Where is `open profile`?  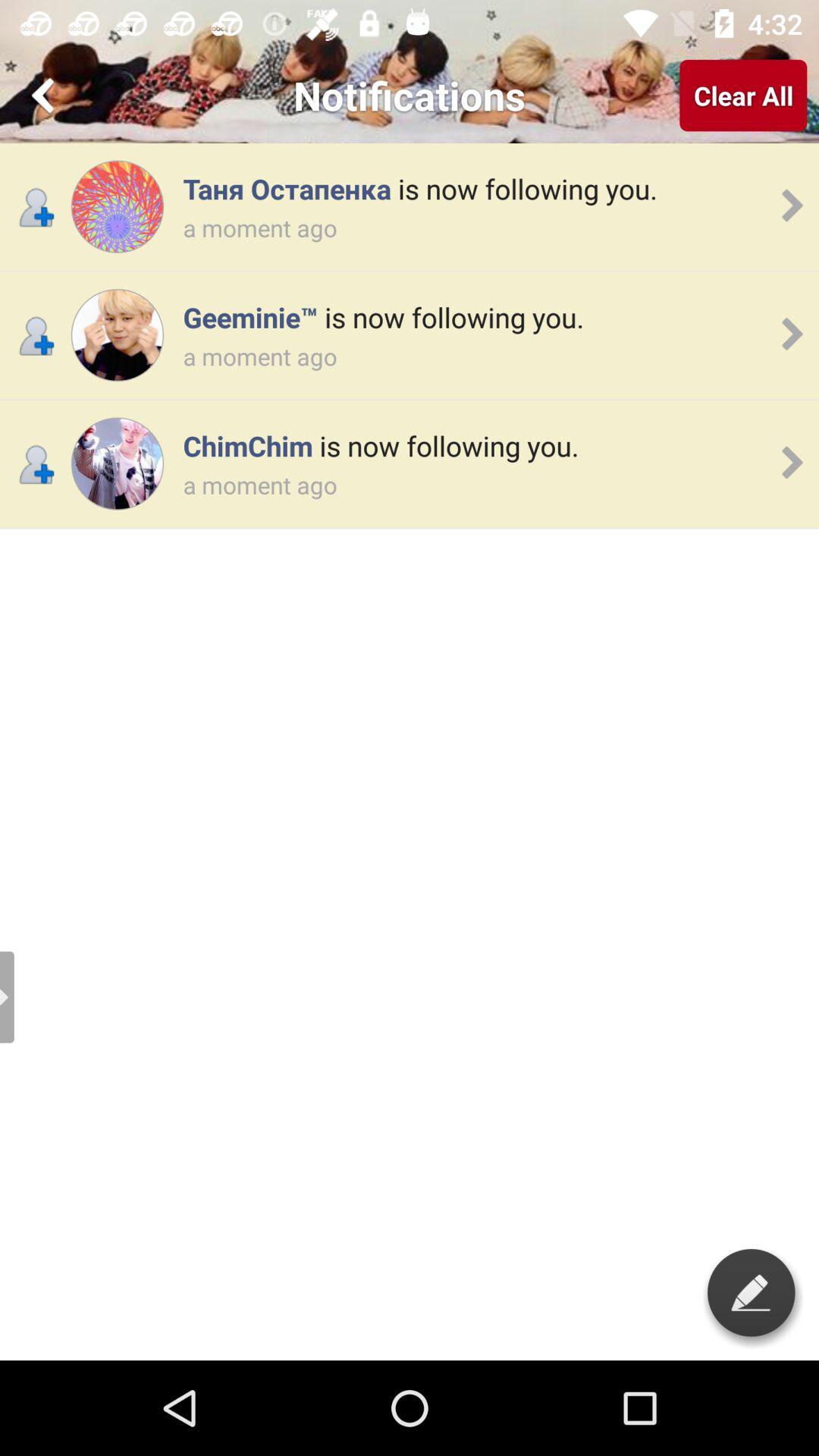 open profile is located at coordinates (116, 206).